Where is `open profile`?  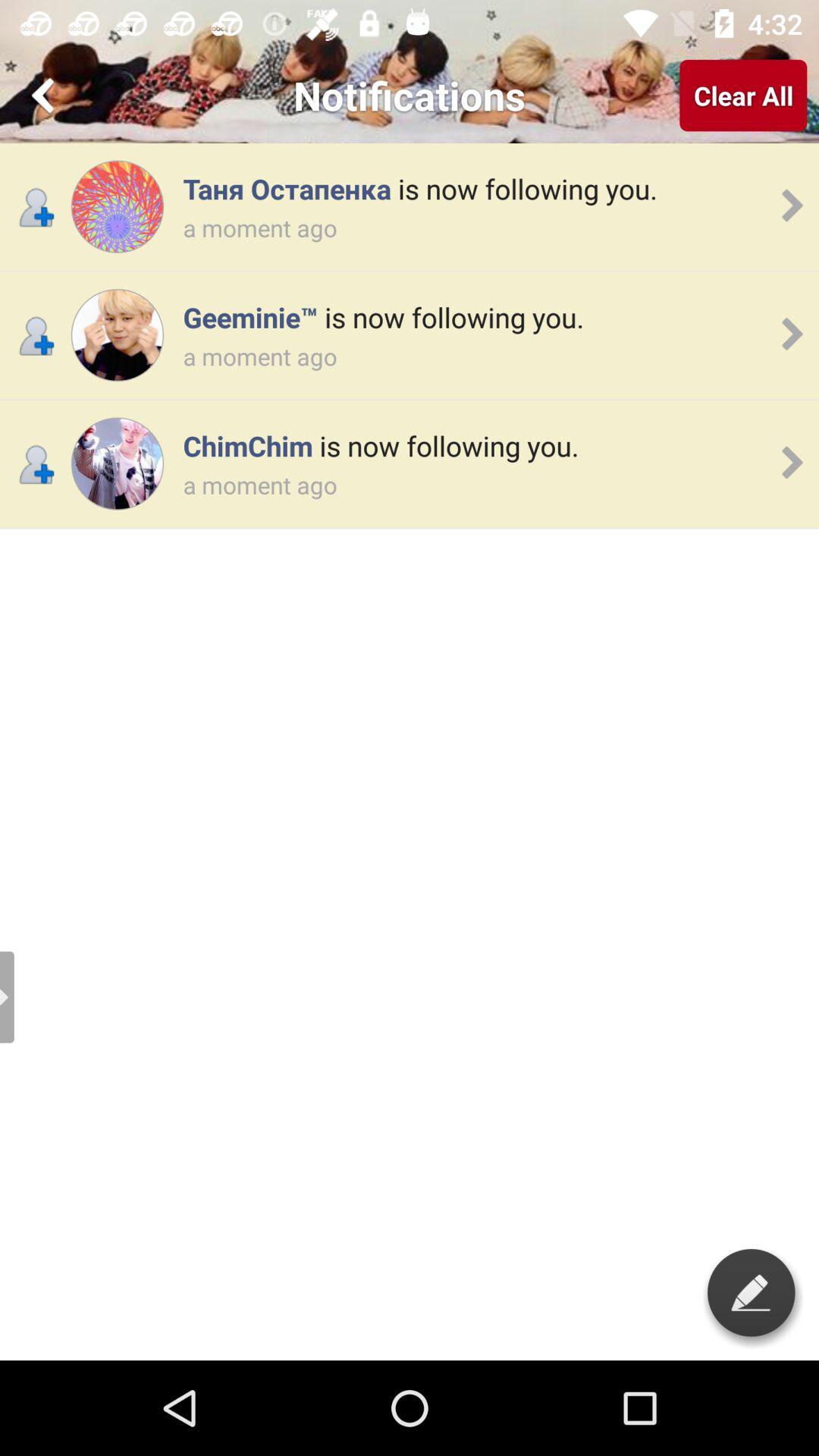 open profile is located at coordinates (116, 206).